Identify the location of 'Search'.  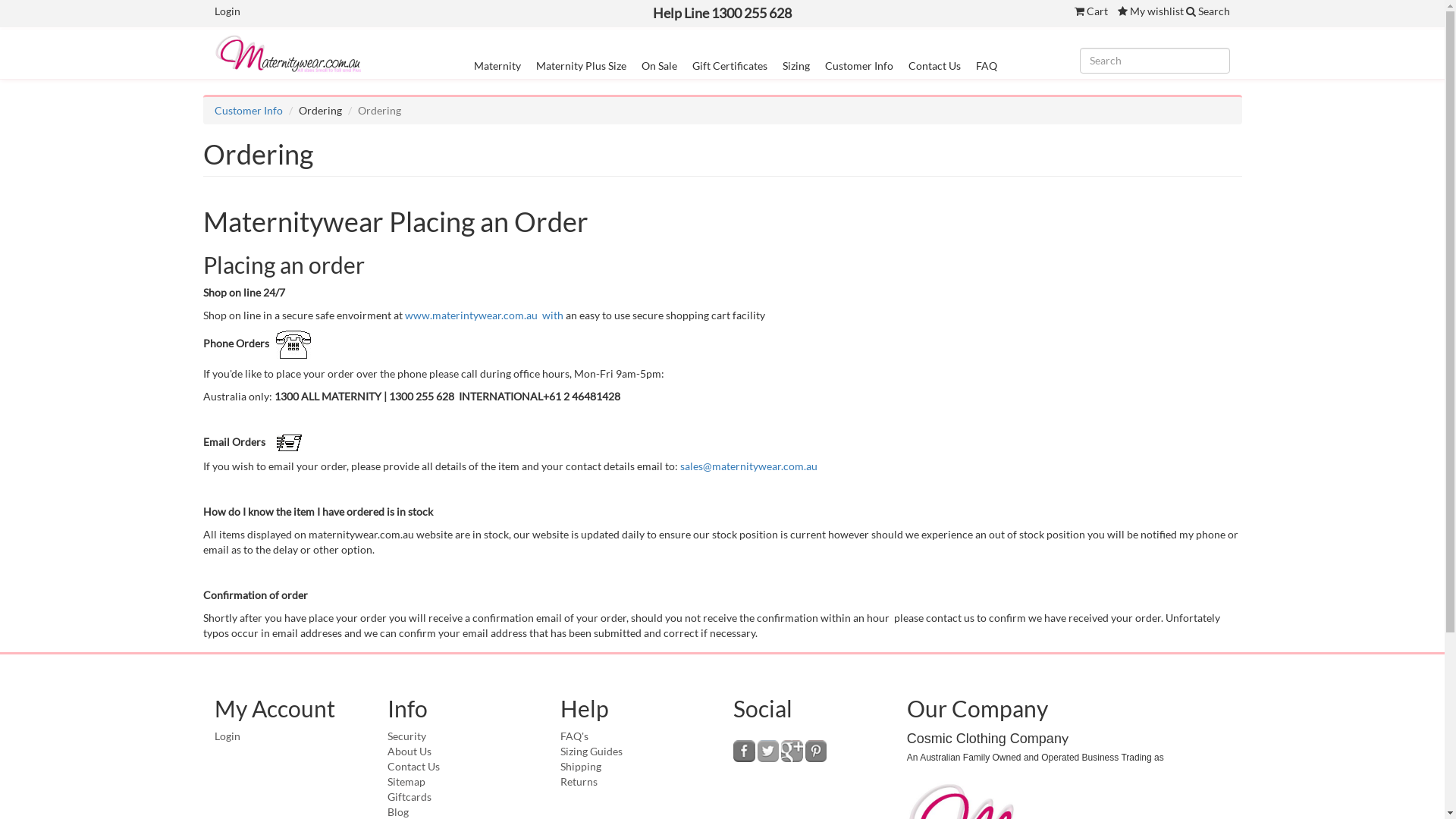
(1185, 11).